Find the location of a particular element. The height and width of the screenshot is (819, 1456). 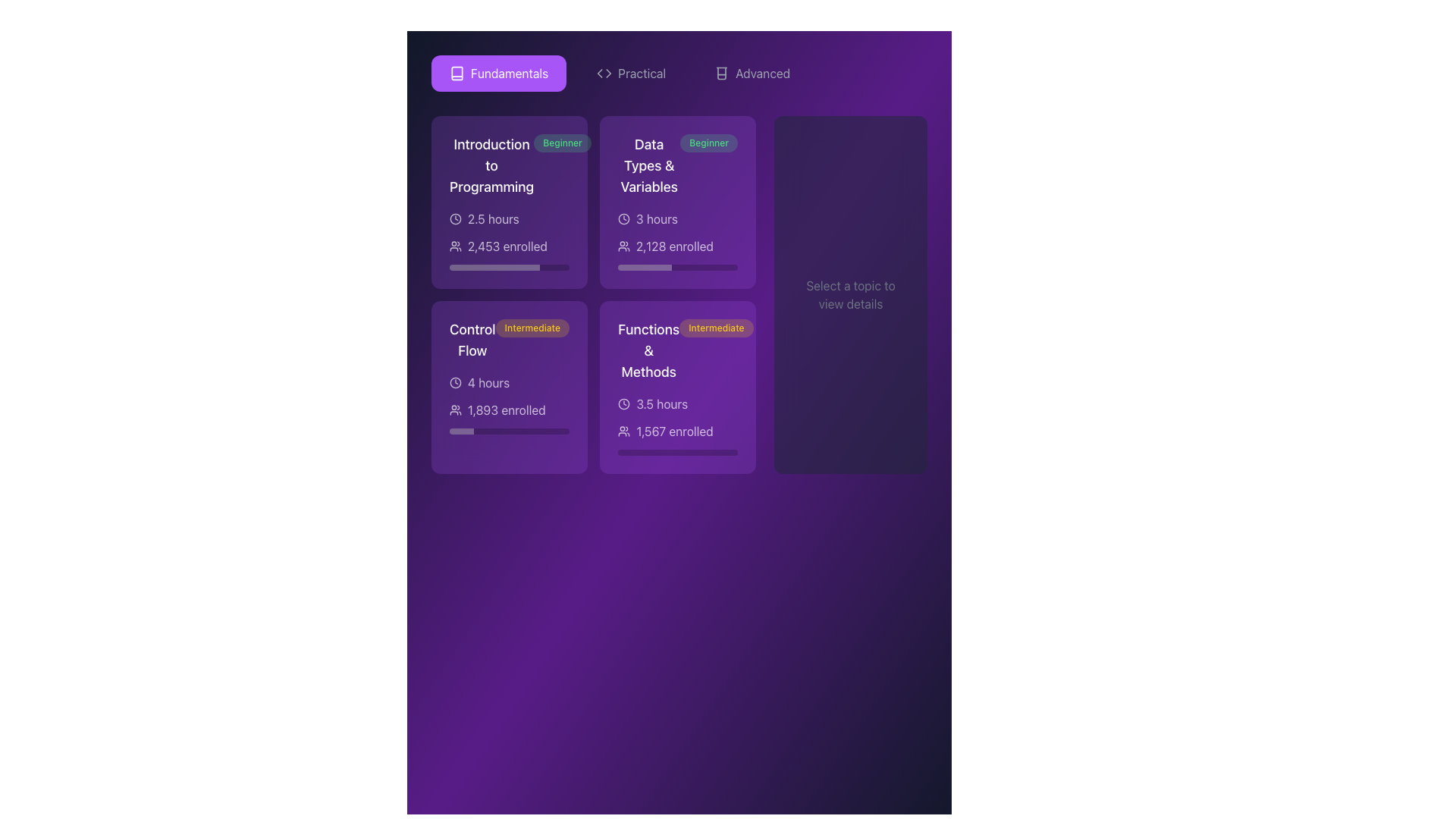

the Horizontal Progress Bar located at the bottom of the 'Functions & Methods' card, which is the fourth card in a grid layout is located at coordinates (676, 452).